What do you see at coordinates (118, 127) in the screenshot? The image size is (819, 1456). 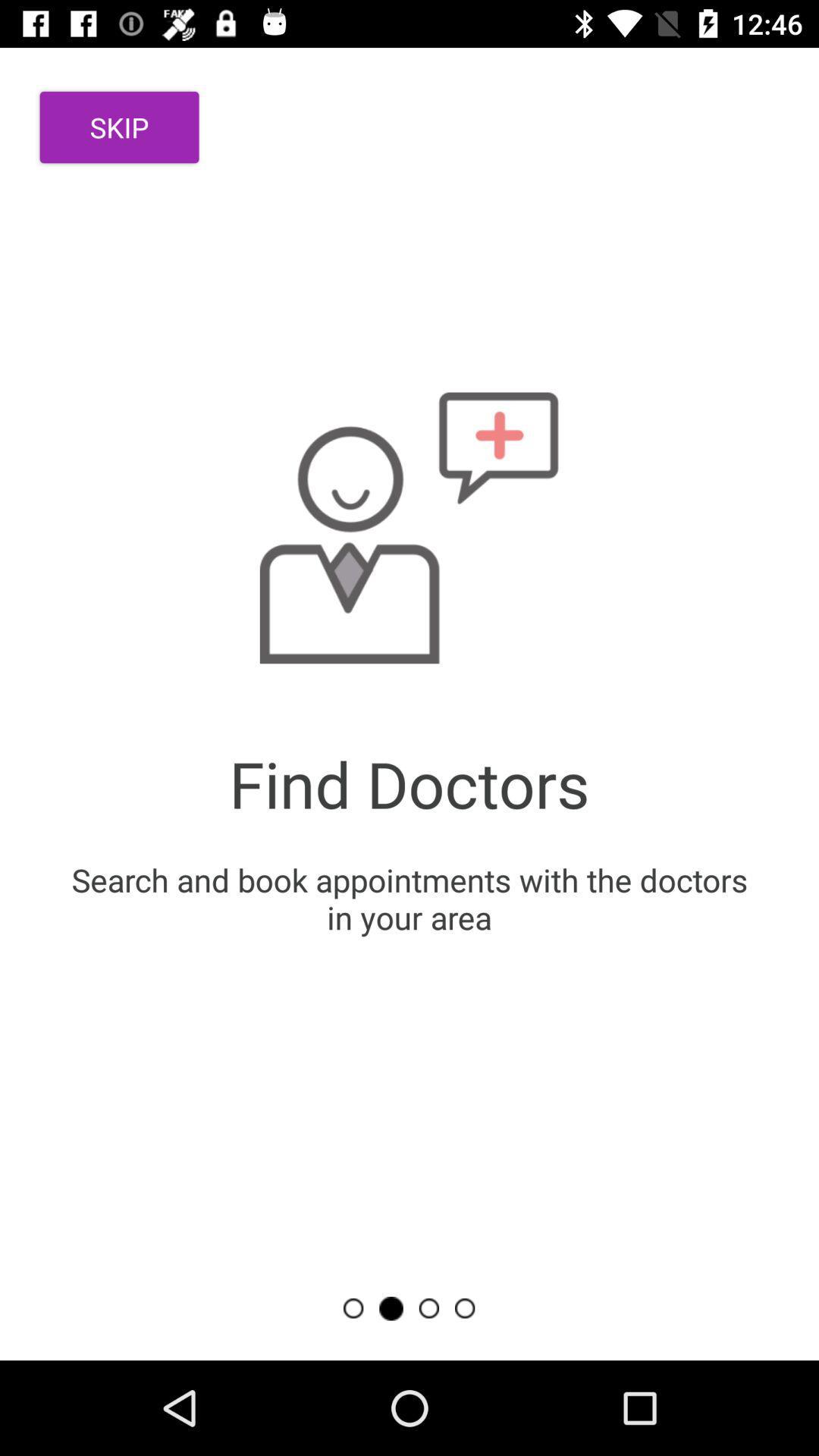 I see `the item at the top left corner` at bounding box center [118, 127].